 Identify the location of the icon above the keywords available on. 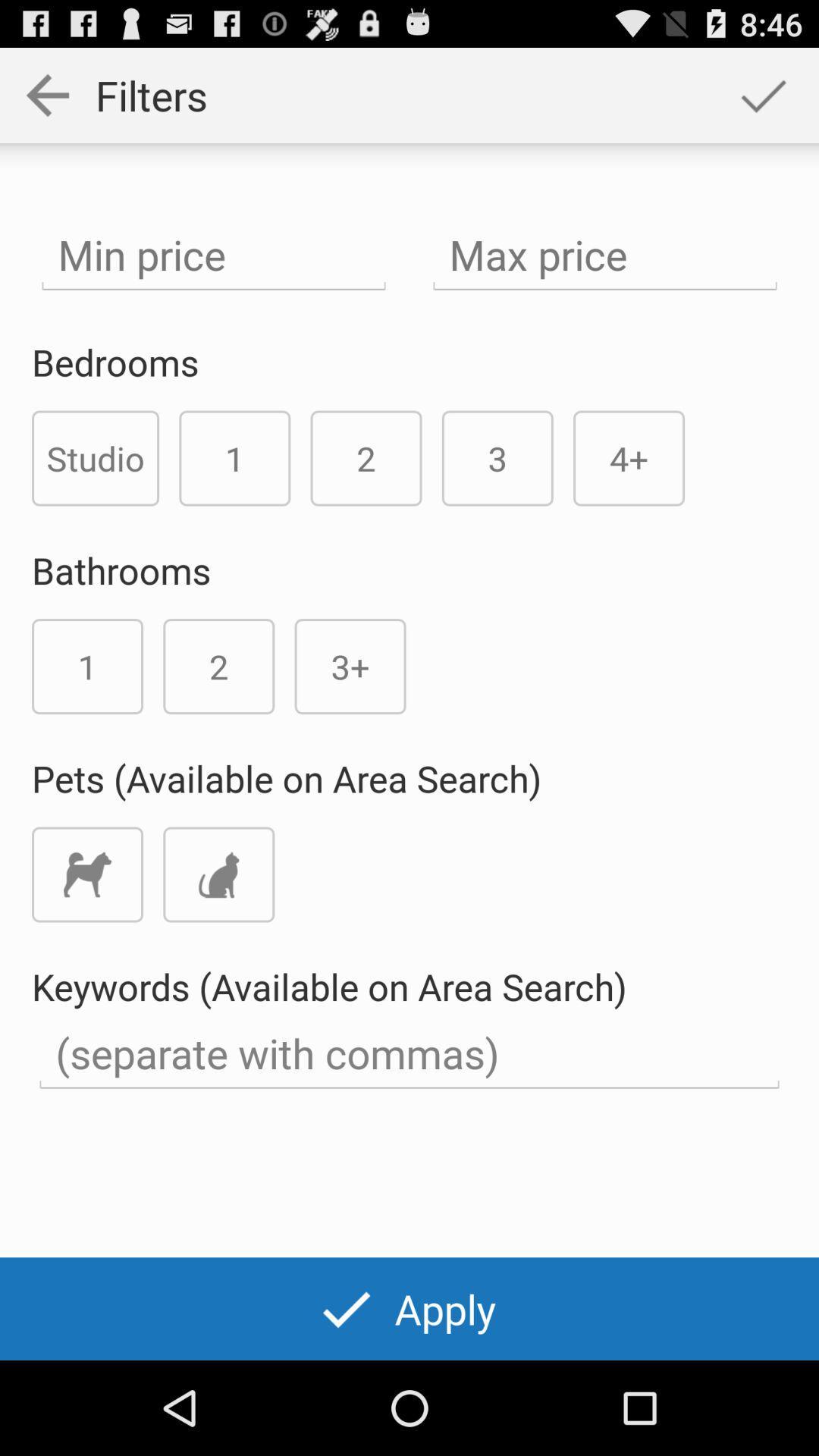
(629, 457).